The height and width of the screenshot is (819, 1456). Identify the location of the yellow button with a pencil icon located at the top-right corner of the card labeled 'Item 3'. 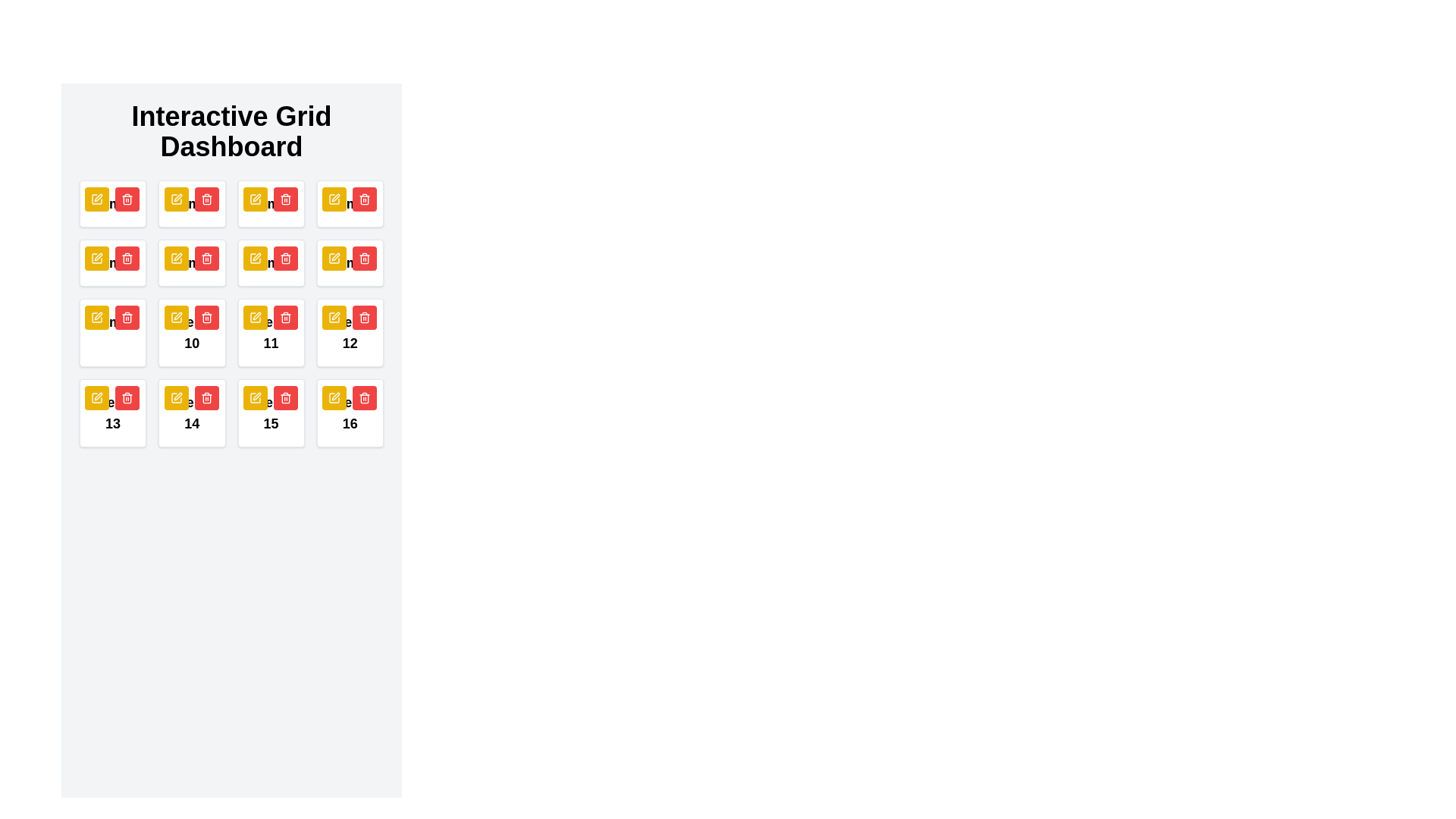
(271, 203).